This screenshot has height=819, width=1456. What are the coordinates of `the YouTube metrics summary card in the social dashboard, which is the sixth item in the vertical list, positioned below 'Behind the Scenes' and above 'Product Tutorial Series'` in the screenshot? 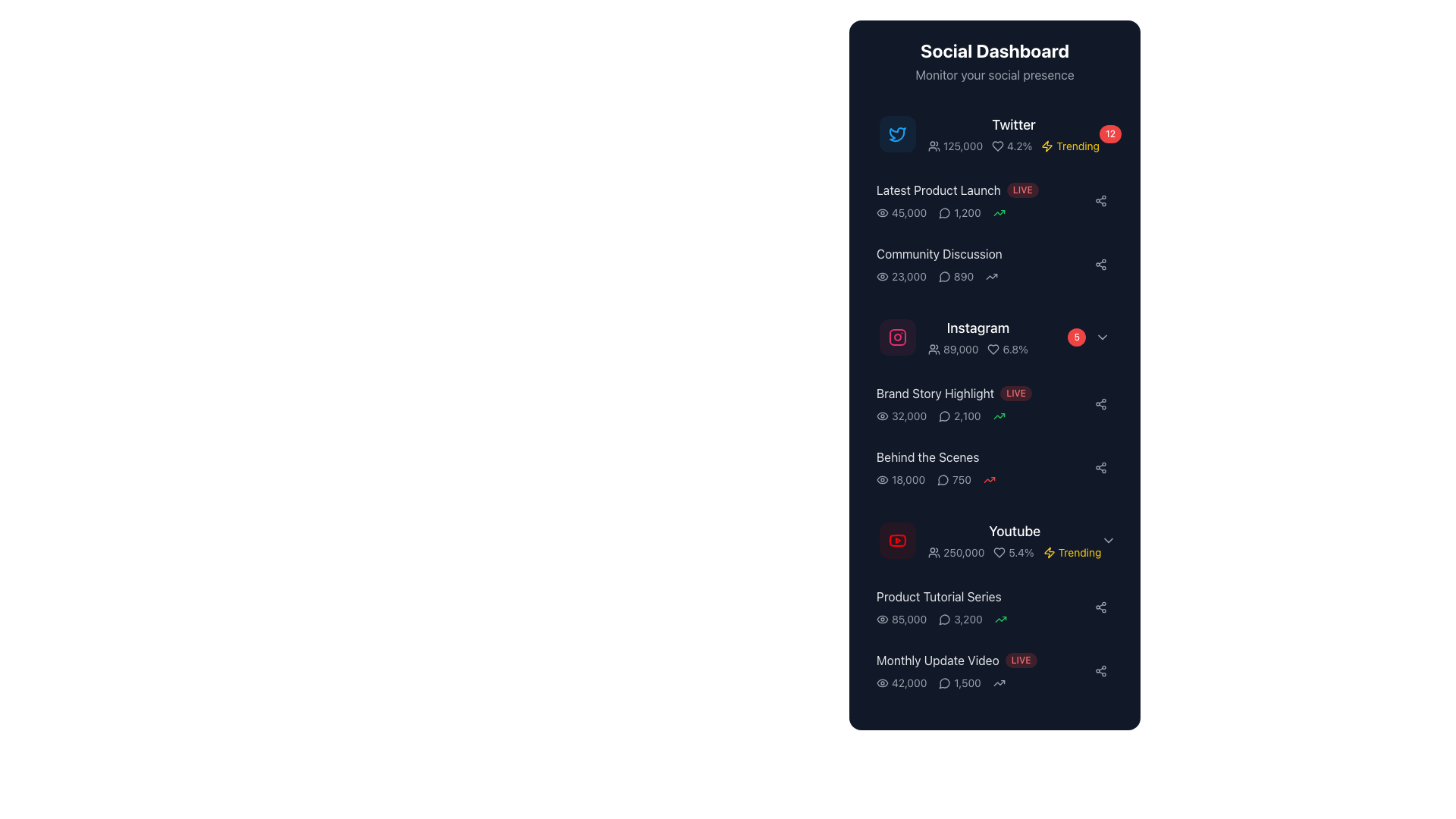 It's located at (994, 540).